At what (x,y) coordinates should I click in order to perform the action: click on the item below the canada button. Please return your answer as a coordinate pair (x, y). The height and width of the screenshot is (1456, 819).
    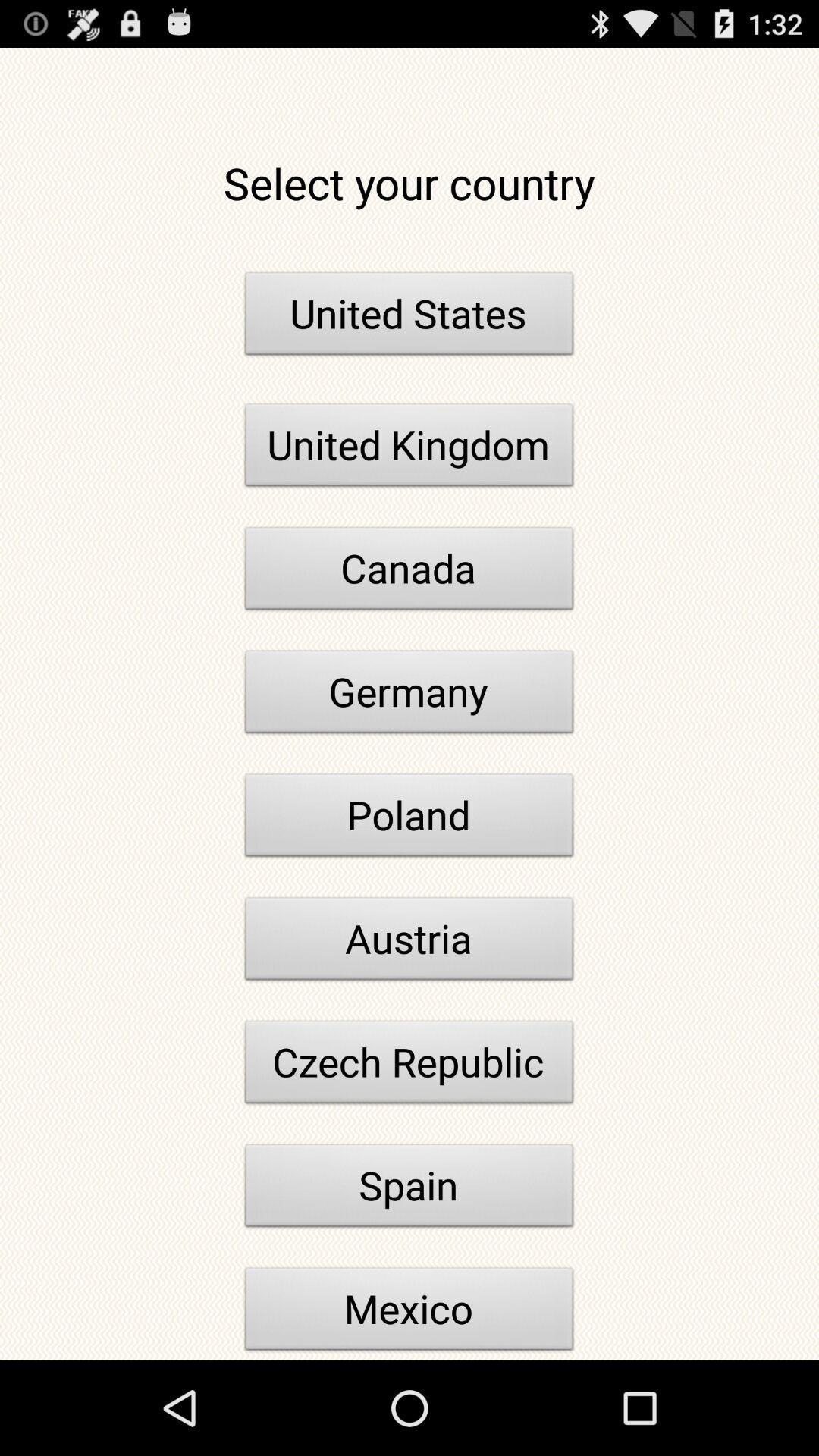
    Looking at the image, I should click on (409, 695).